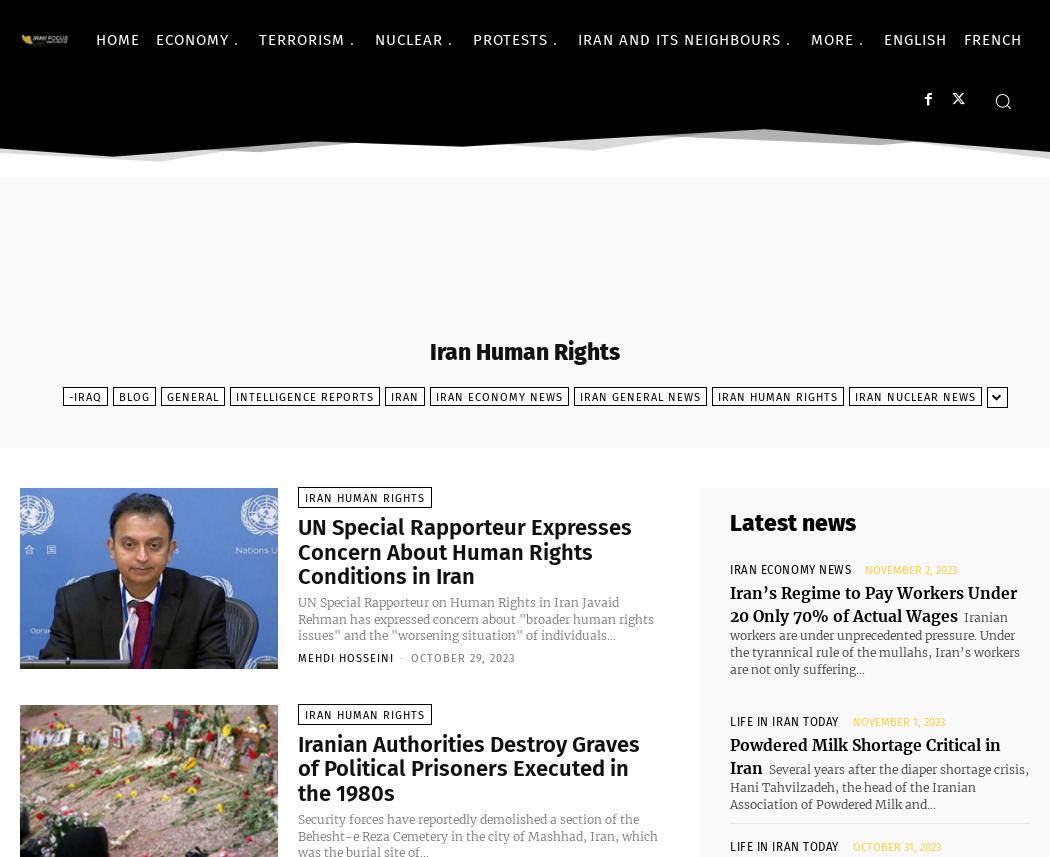 The height and width of the screenshot is (857, 1050). What do you see at coordinates (639, 396) in the screenshot?
I see `'Iran General News'` at bounding box center [639, 396].